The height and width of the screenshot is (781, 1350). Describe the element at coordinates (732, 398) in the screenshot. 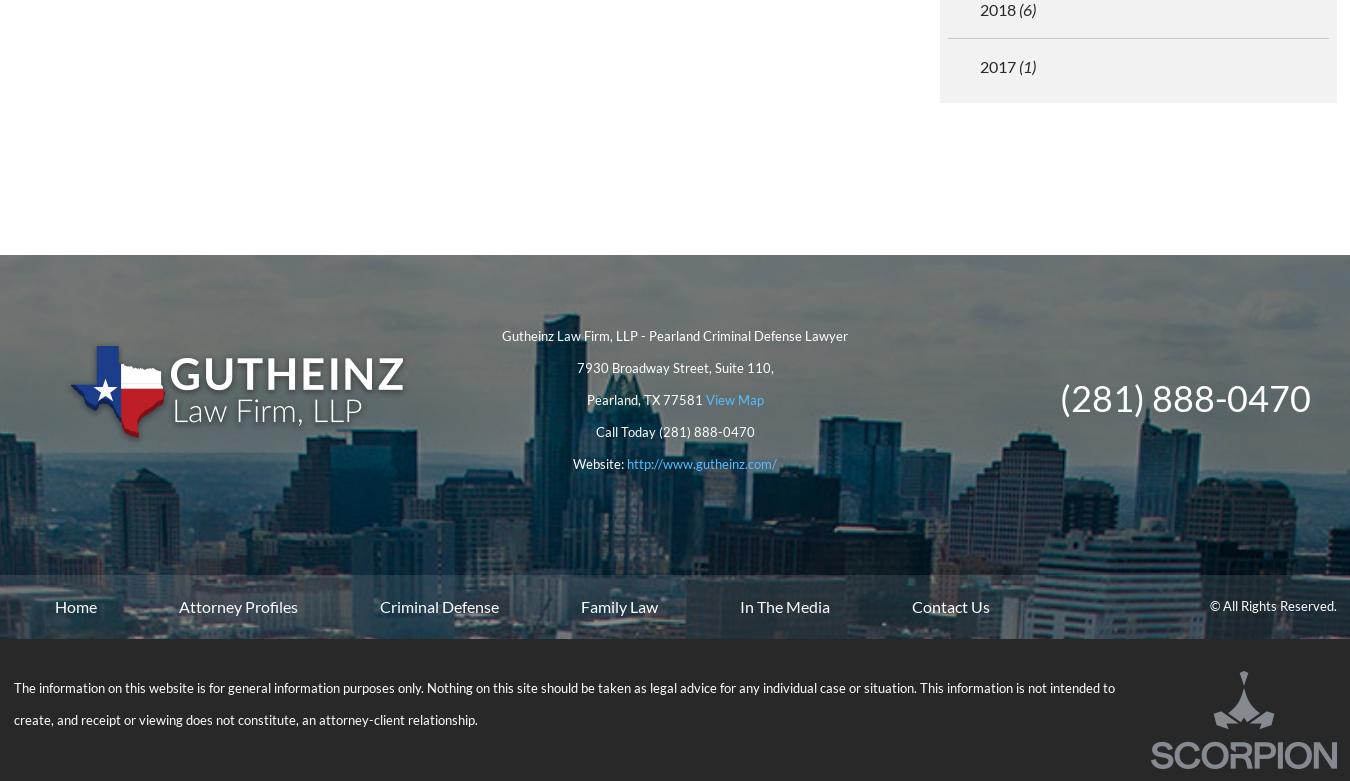

I see `'View Map'` at that location.